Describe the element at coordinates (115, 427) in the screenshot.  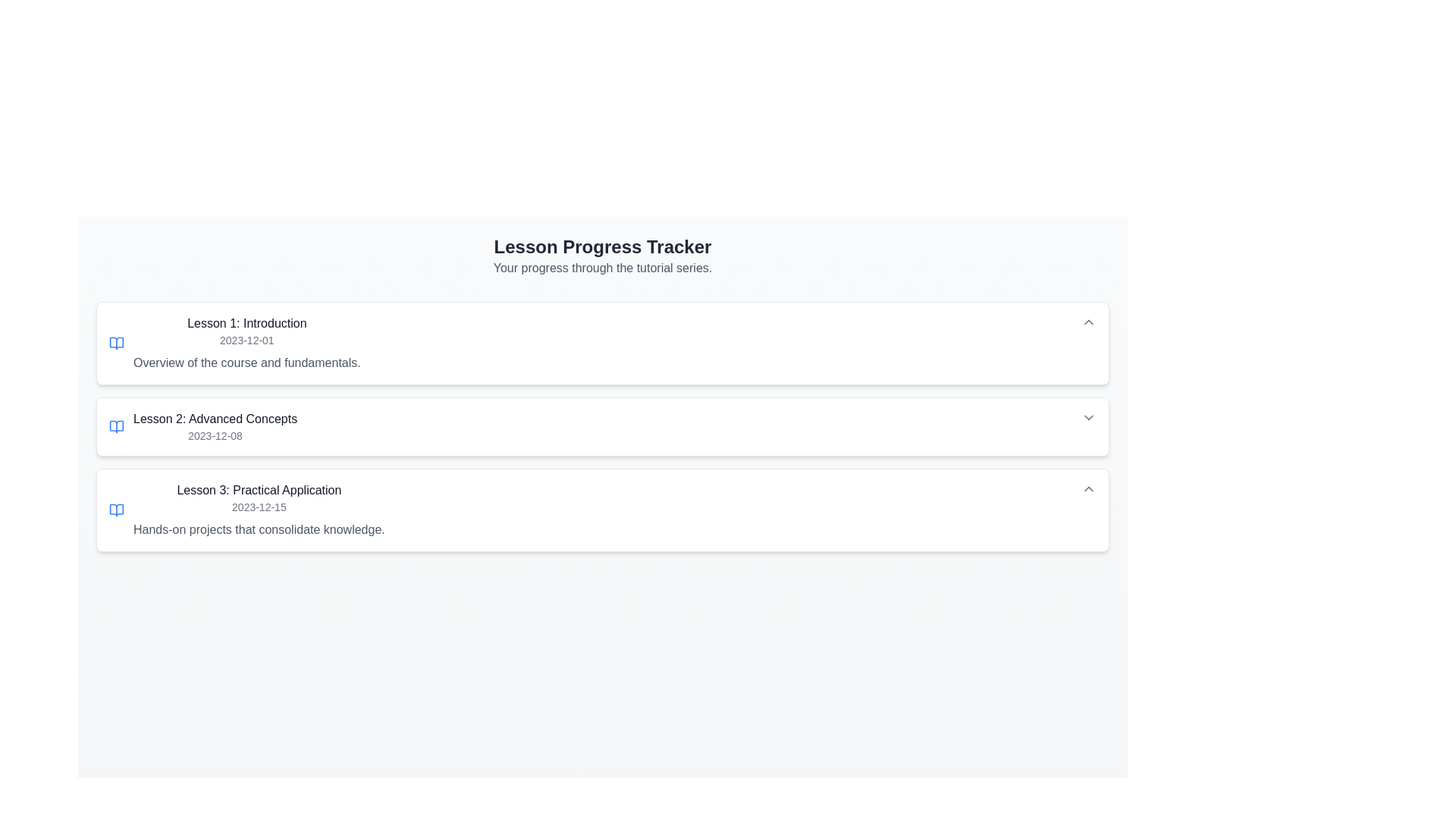
I see `the decorative icon for 'Lesson 2: Advanced Concepts', positioned to the left of the lesson title` at that location.